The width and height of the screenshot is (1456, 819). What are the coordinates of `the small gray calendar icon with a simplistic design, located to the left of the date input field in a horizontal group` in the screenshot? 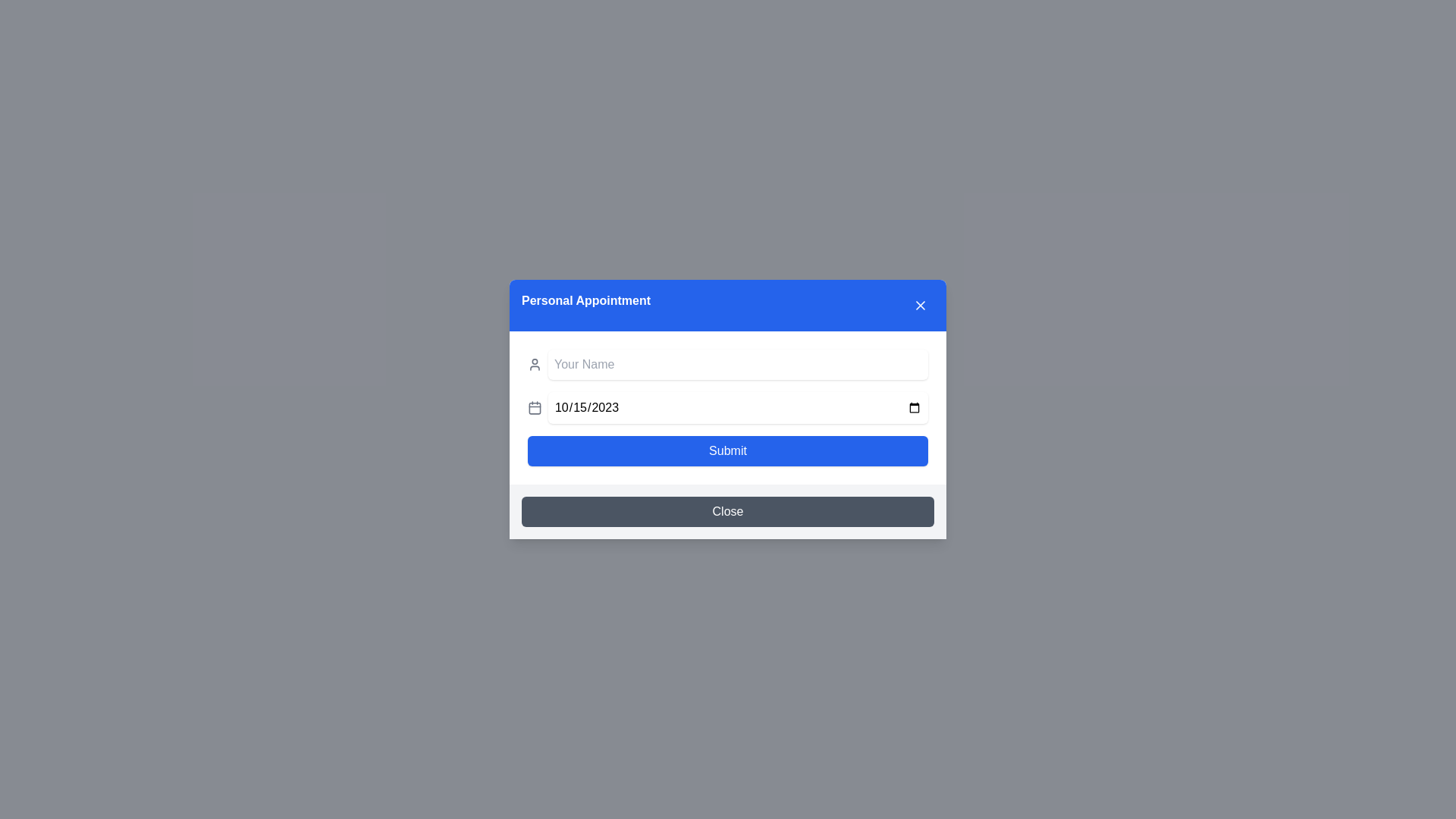 It's located at (535, 406).